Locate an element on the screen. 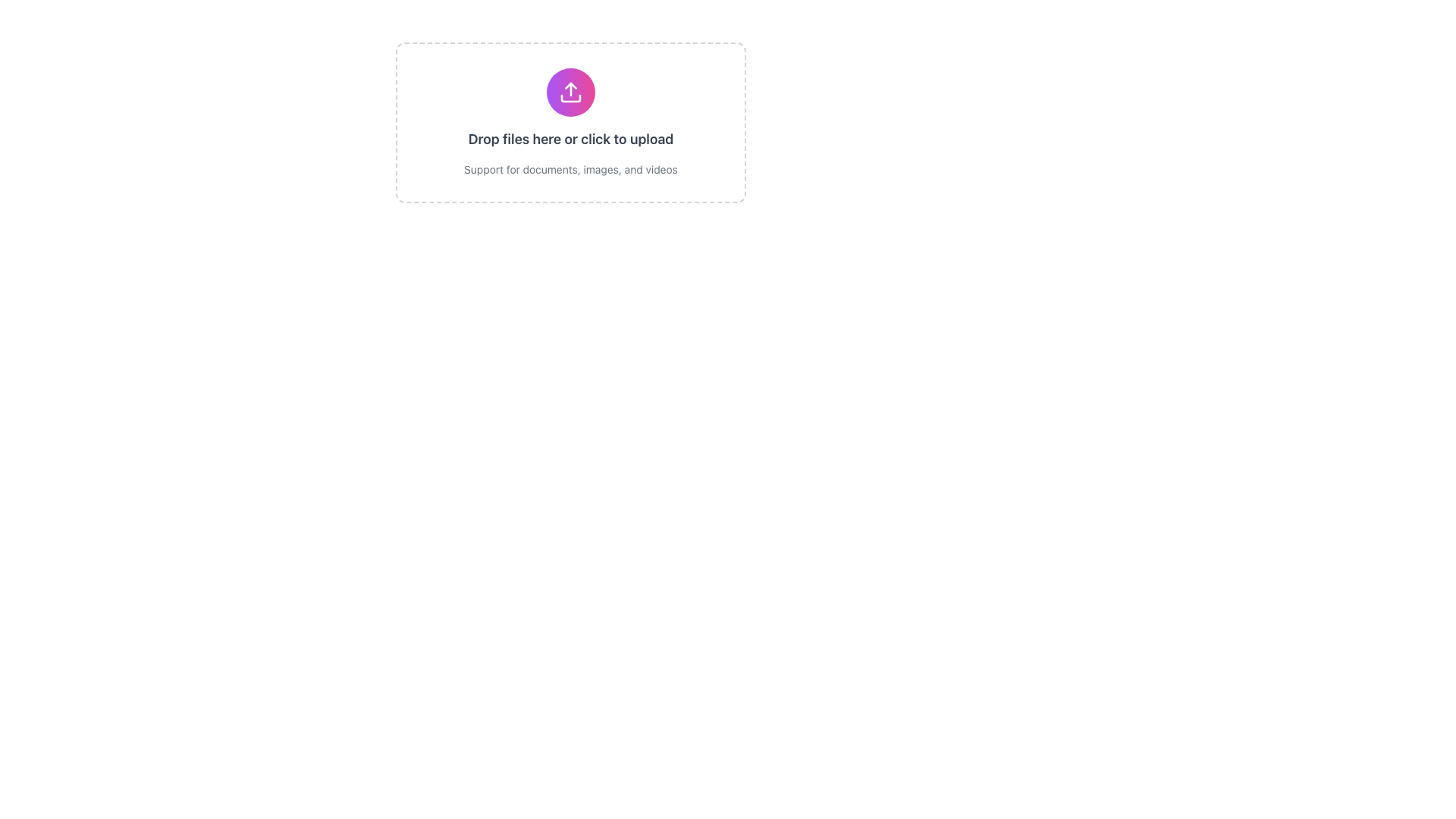 The height and width of the screenshot is (819, 1456). and drop files into the interactive file upload area, which is a prominent rectangular component with dashed borders and rounded corners, containing a circular icon and text prompting users is located at coordinates (570, 122).